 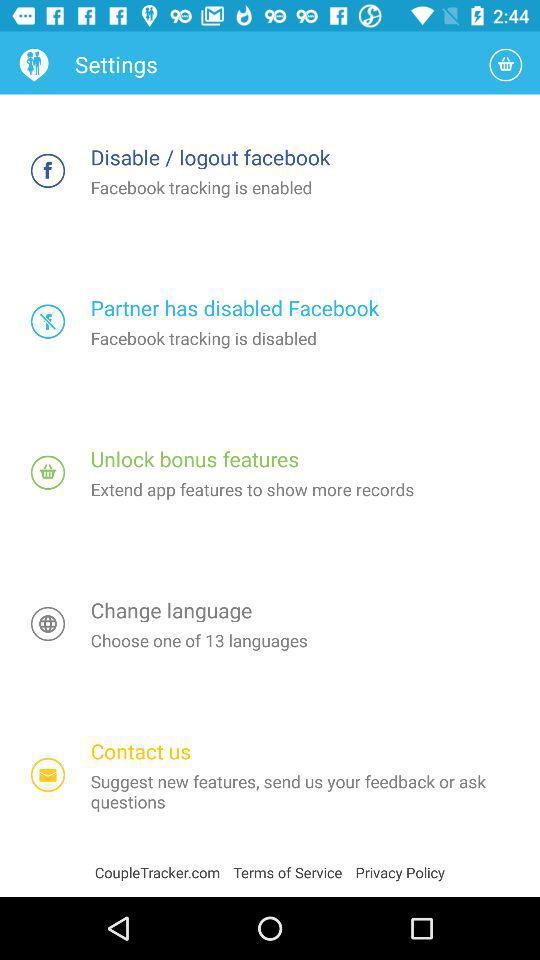 What do you see at coordinates (48, 774) in the screenshot?
I see `the email icon` at bounding box center [48, 774].